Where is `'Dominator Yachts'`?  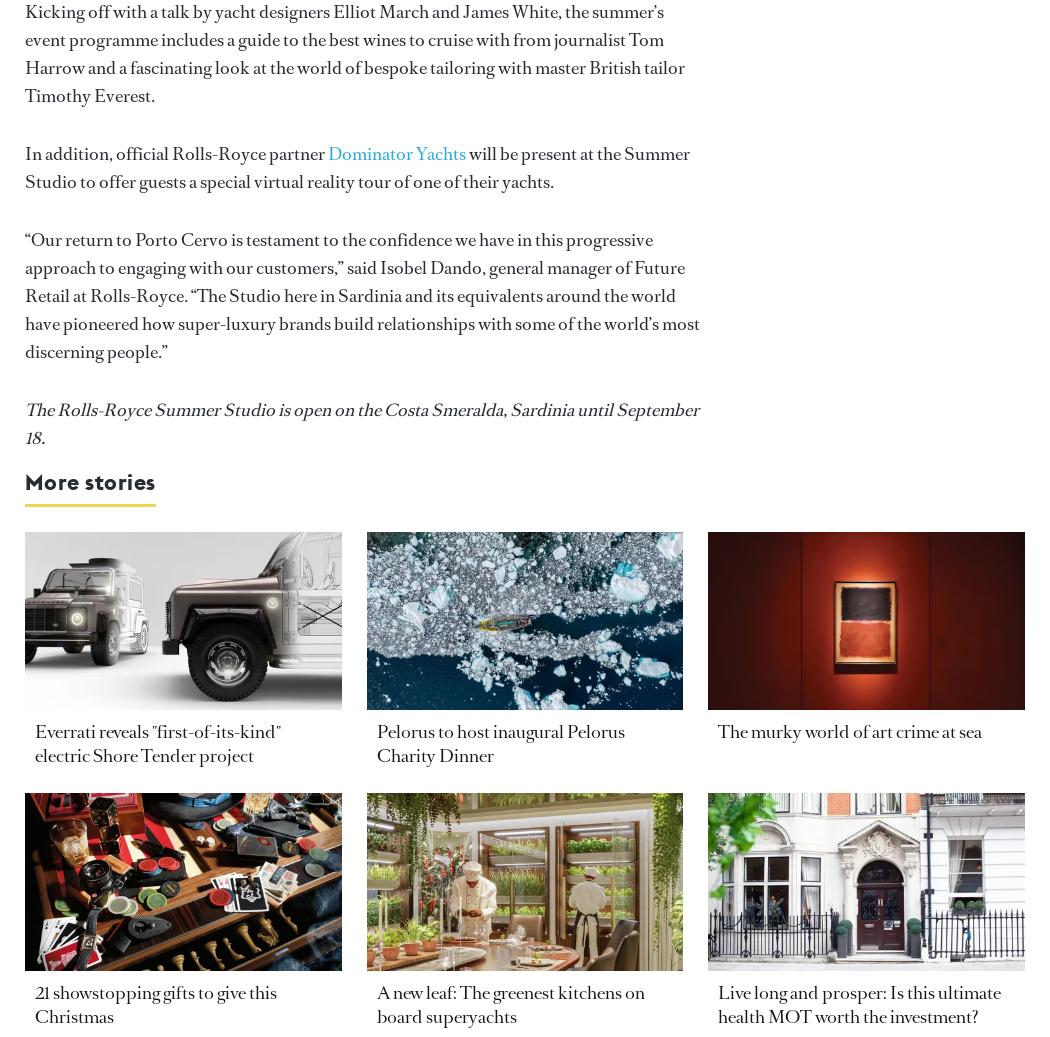 'Dominator Yachts' is located at coordinates (397, 152).